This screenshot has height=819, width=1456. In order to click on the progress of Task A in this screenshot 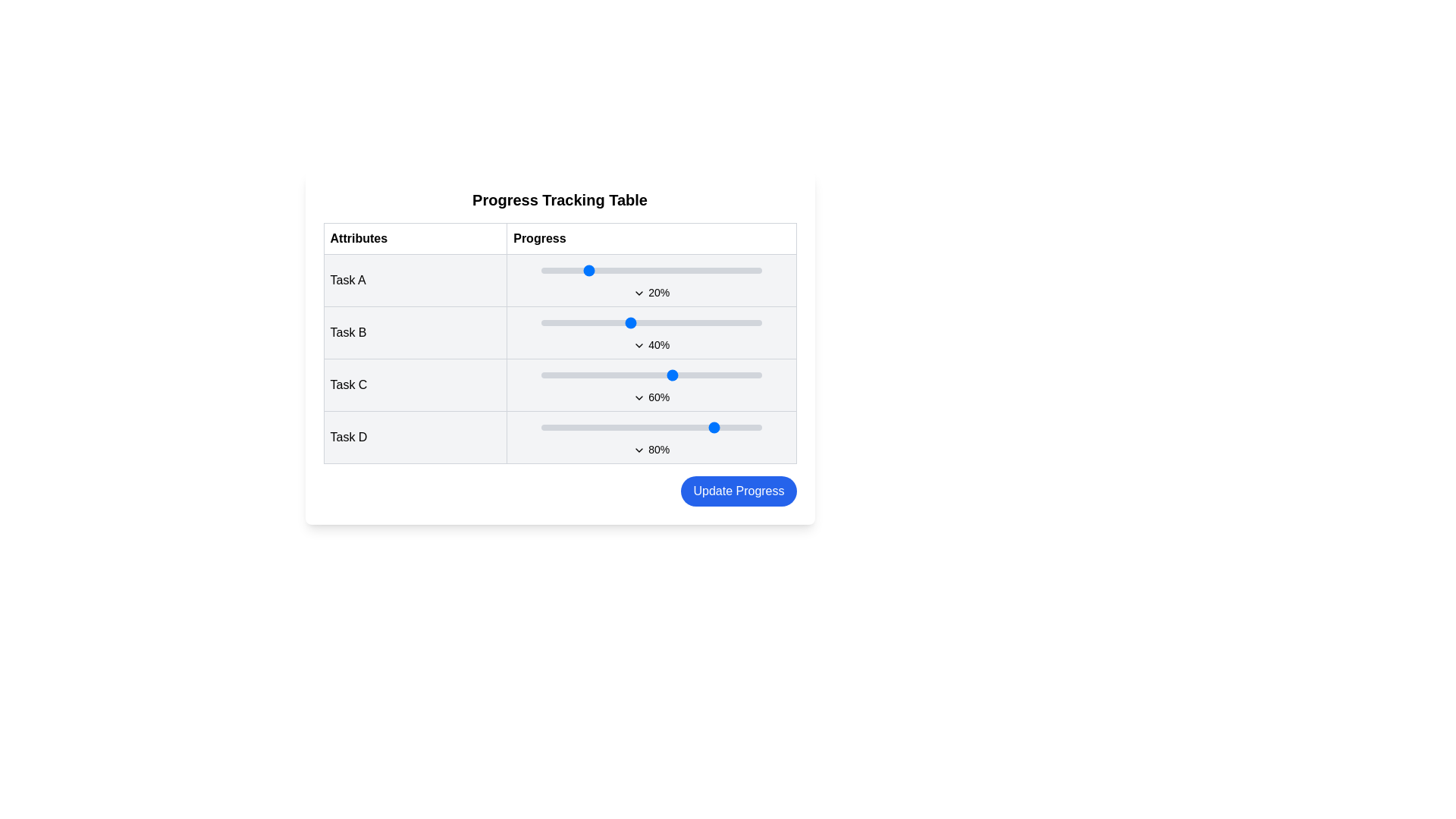, I will do `click(708, 270)`.